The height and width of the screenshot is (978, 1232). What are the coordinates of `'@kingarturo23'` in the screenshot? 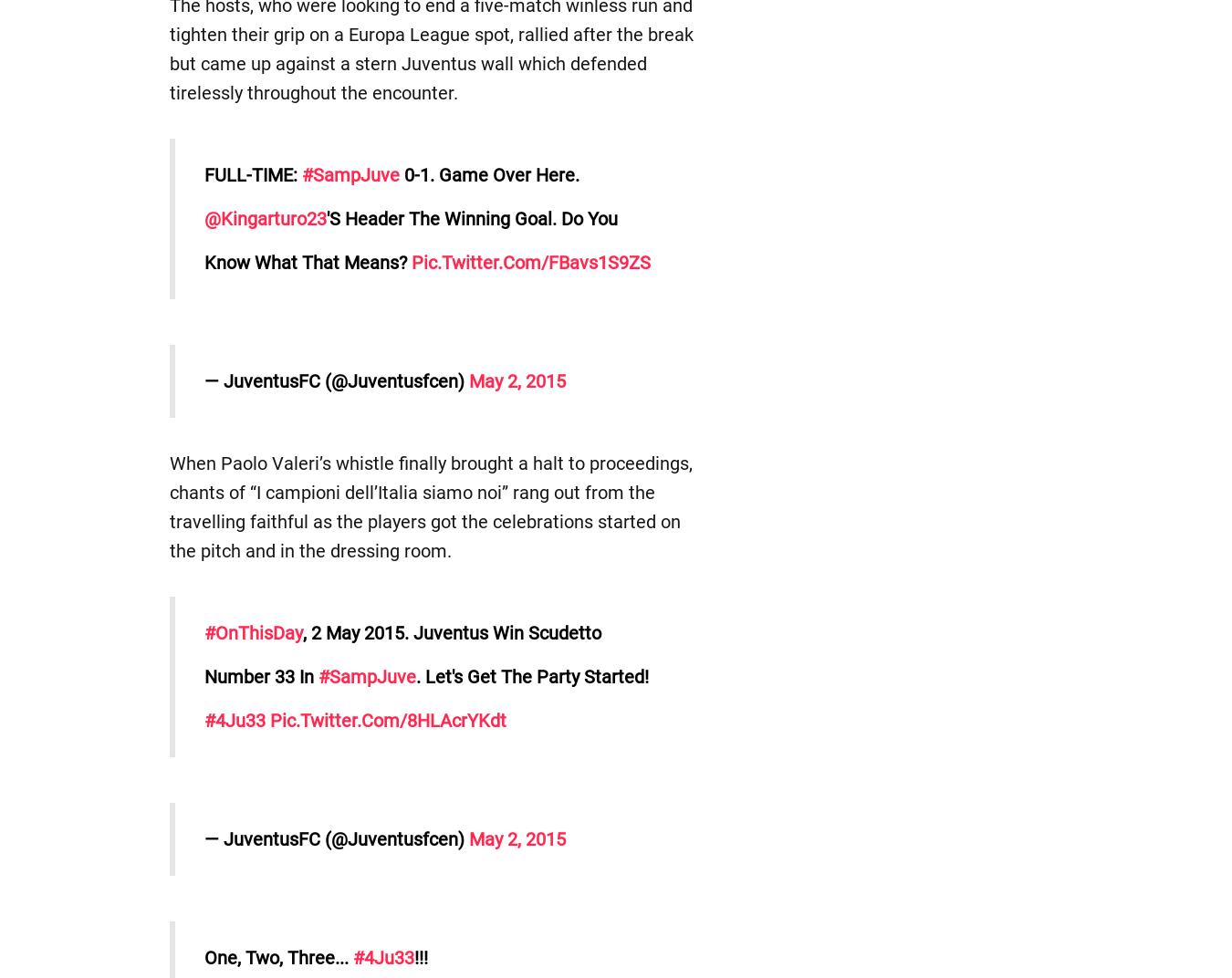 It's located at (263, 219).